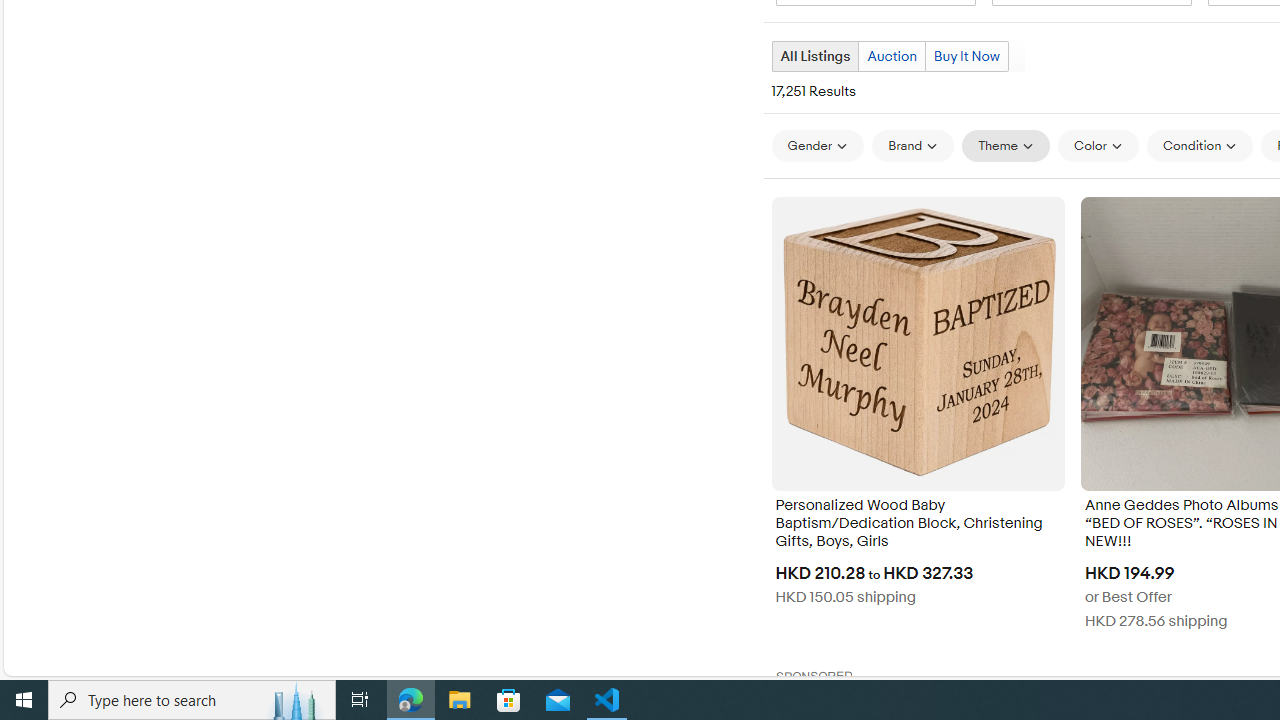 This screenshot has width=1280, height=720. I want to click on 'Color', so click(1097, 144).